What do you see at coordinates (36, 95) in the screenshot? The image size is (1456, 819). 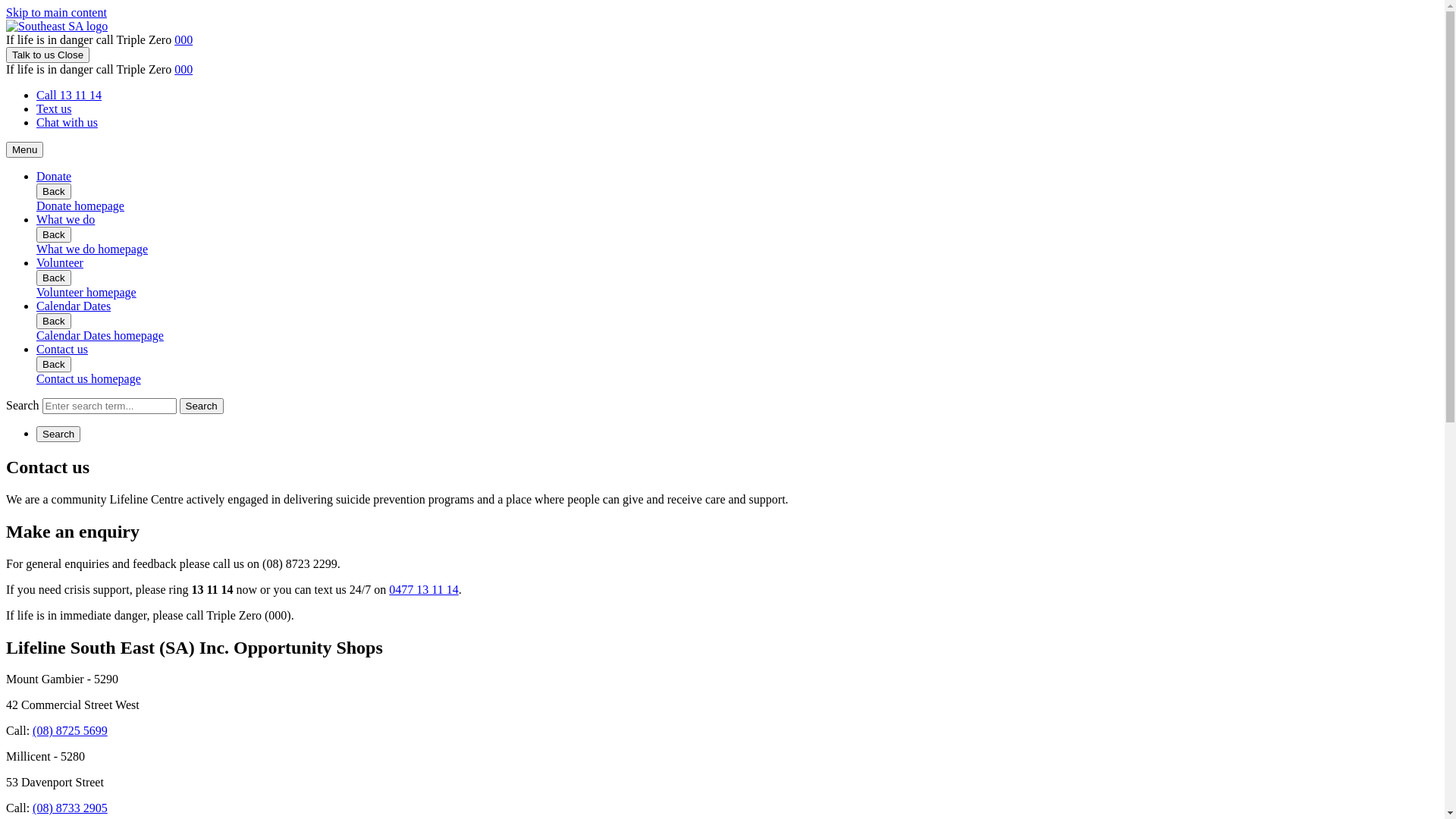 I see `'Call 13 11 14'` at bounding box center [36, 95].